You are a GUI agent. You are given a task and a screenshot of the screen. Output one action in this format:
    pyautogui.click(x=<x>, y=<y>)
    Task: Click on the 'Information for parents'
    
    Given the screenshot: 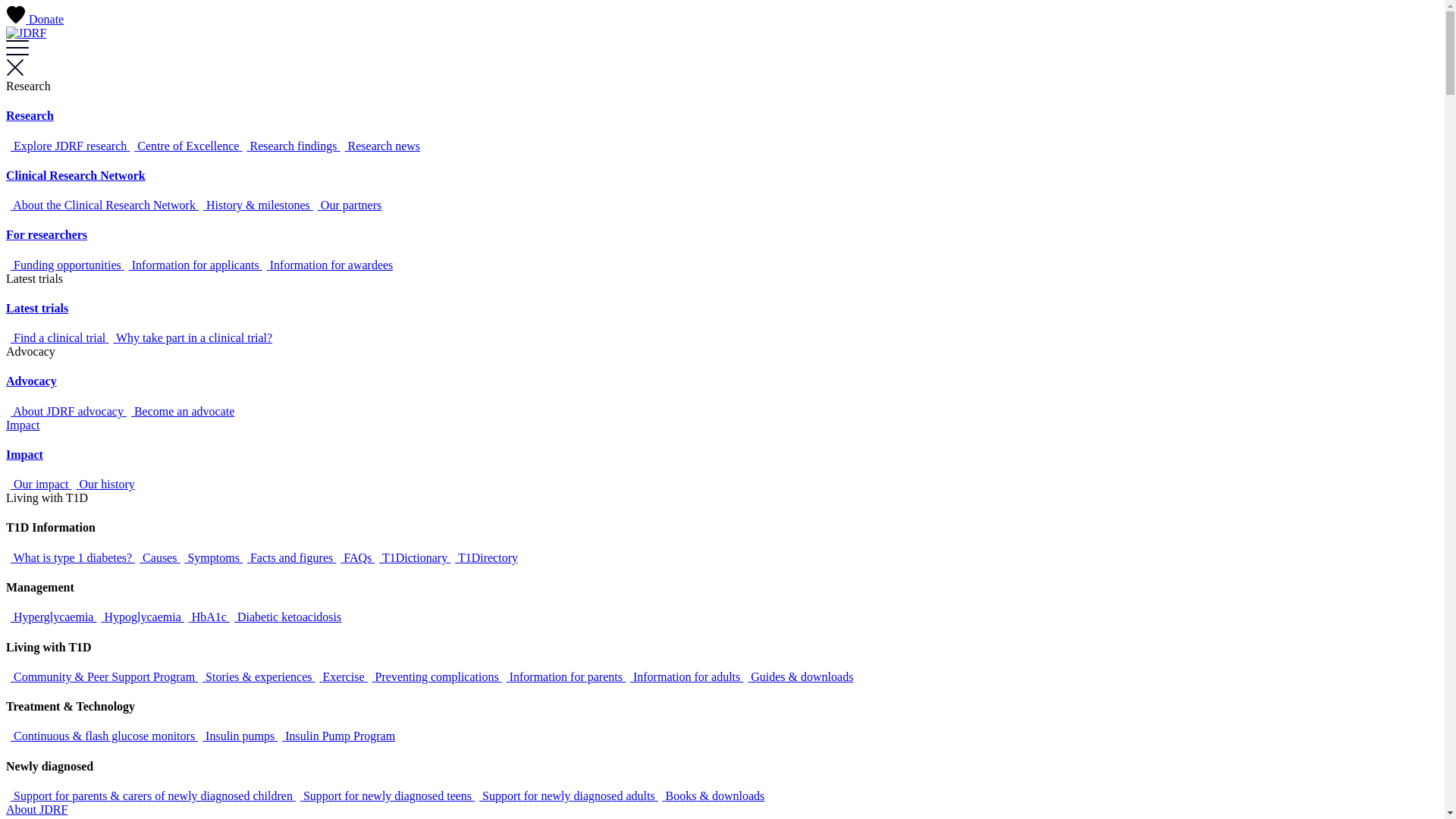 What is the action you would take?
    pyautogui.click(x=563, y=676)
    